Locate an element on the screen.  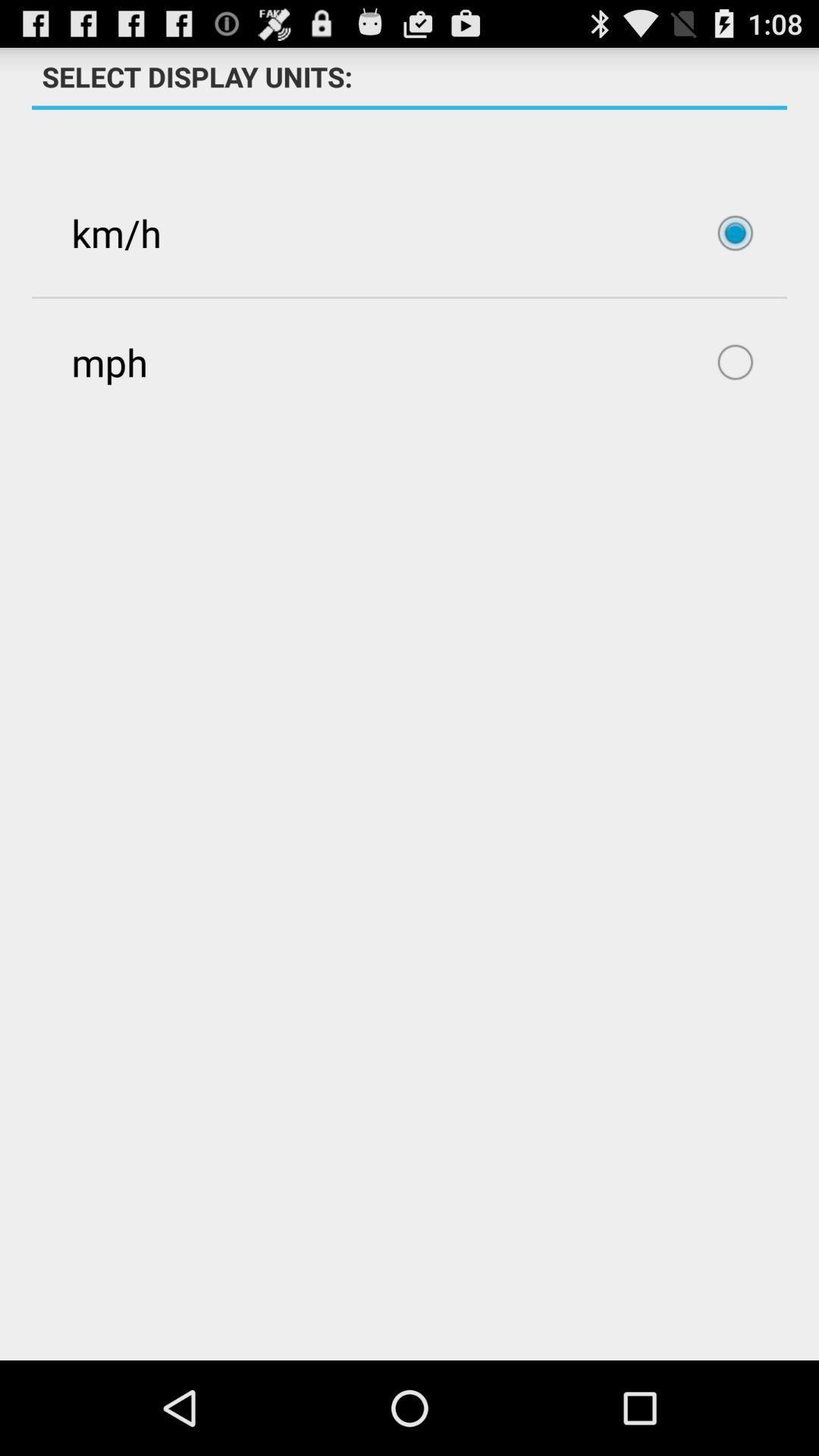
km/h is located at coordinates (409, 232).